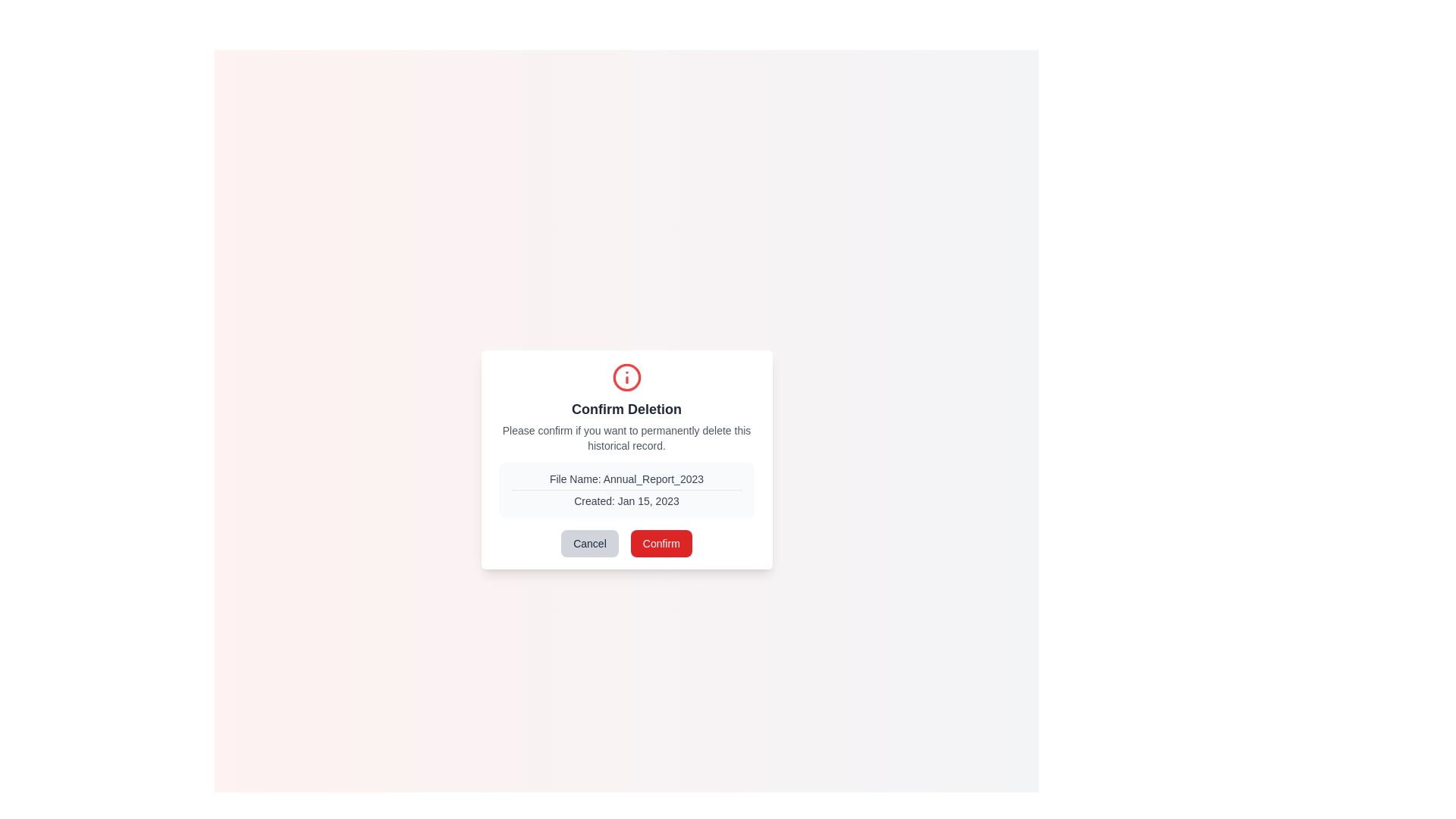  Describe the element at coordinates (661, 542) in the screenshot. I see `the confirm button for deletion located towards the bottom-center of the dialog box to initiate the deletion process` at that location.